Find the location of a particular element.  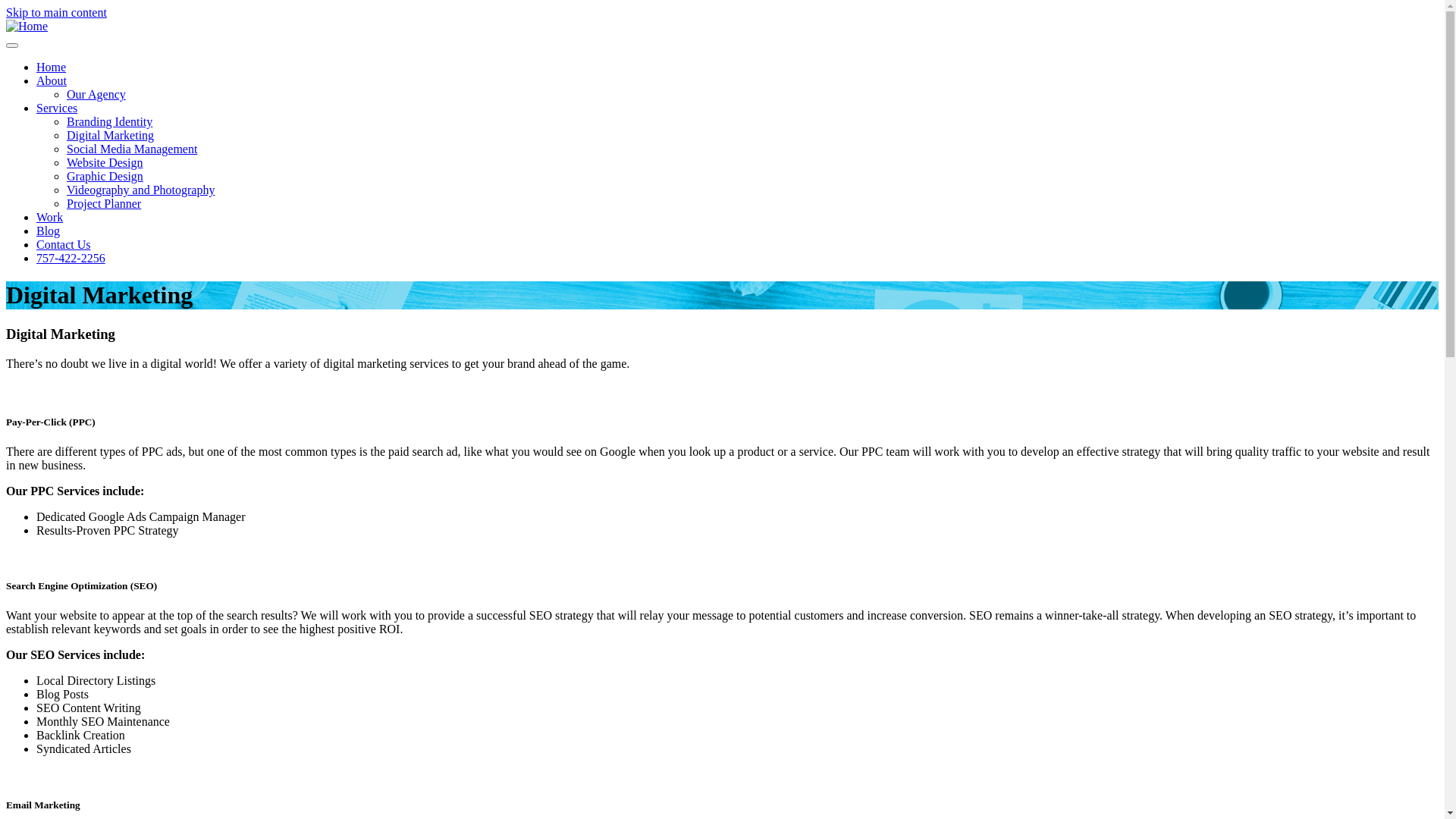

'Website Design' is located at coordinates (104, 162).